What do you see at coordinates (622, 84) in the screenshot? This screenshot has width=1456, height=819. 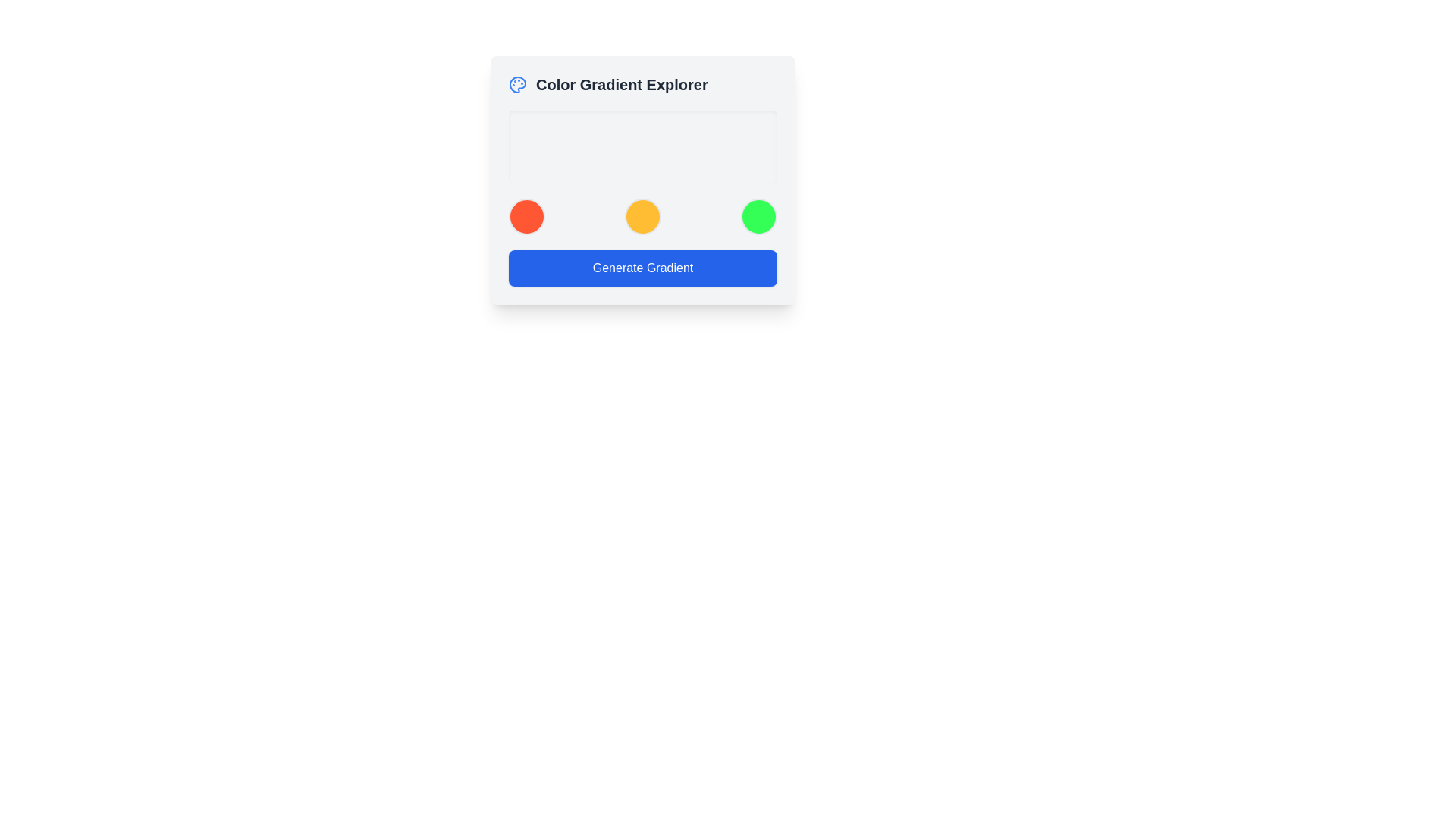 I see `the text label that reads 'Color Gradient Explorer', which is a bold gray text located near the top-center of the interface` at bounding box center [622, 84].